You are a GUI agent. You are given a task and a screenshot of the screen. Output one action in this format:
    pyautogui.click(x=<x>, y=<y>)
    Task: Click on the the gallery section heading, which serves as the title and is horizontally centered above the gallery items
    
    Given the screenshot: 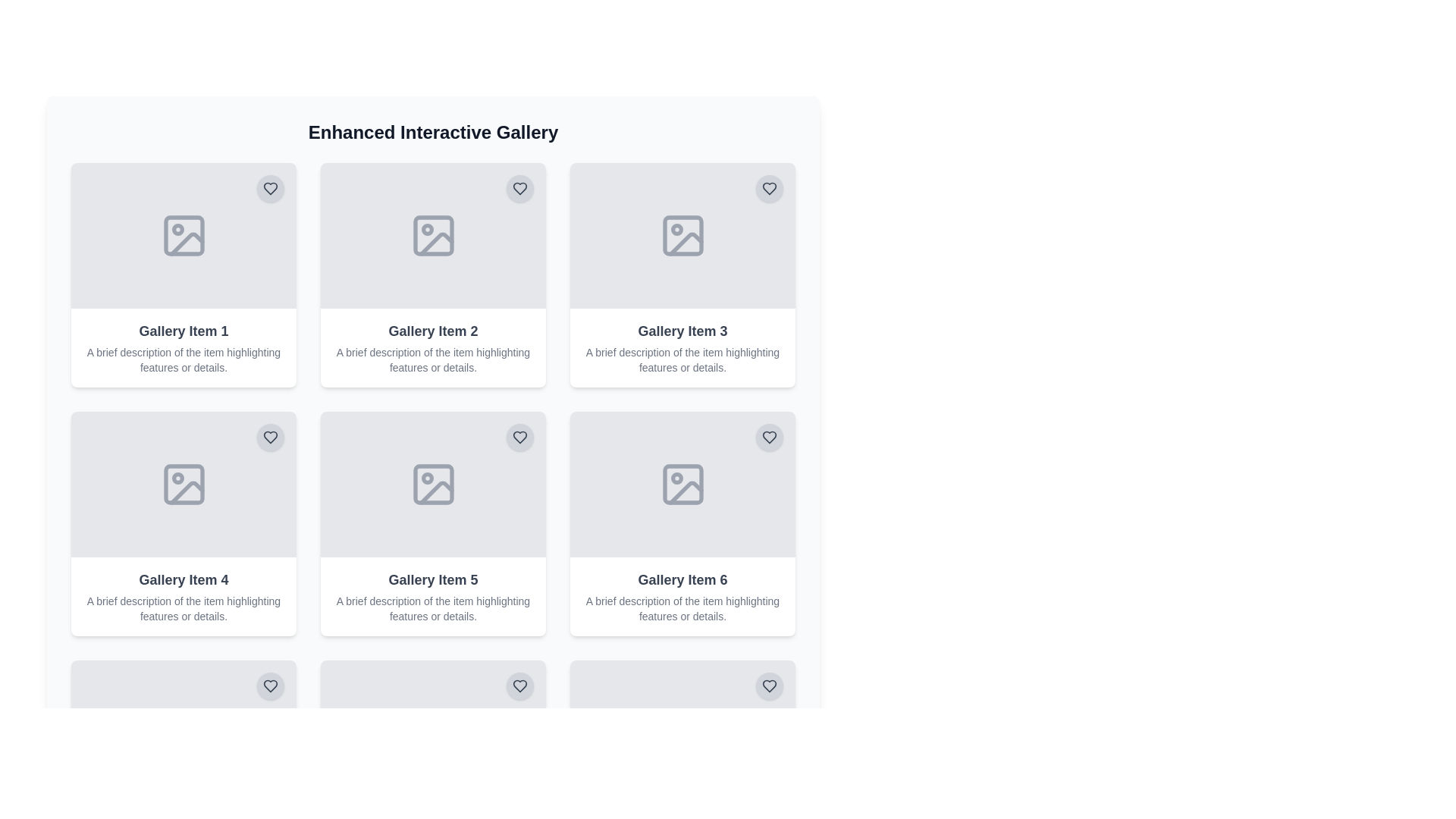 What is the action you would take?
    pyautogui.click(x=432, y=131)
    